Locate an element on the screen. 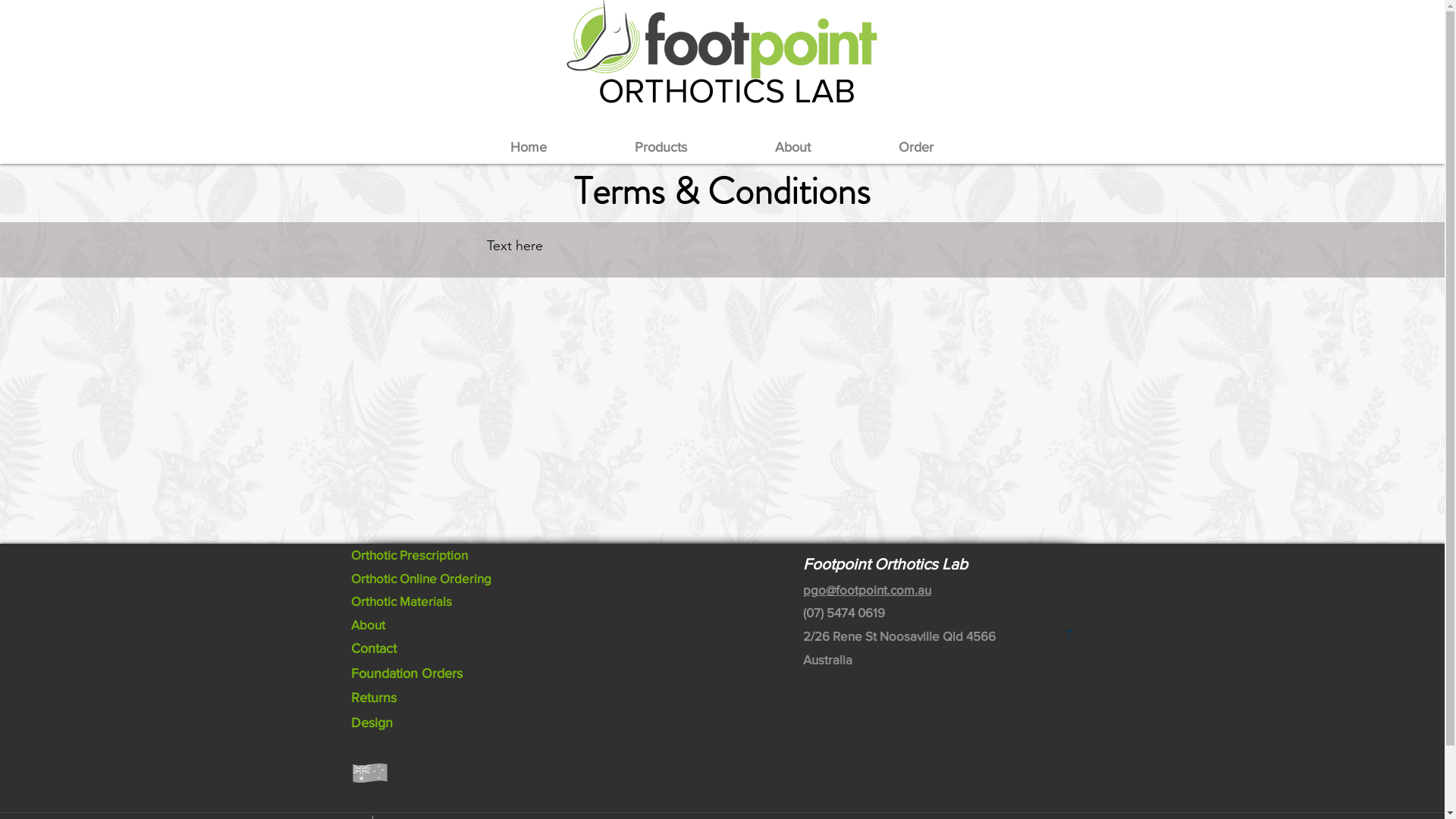  'Orthotic Online Ordering' is located at coordinates (420, 578).